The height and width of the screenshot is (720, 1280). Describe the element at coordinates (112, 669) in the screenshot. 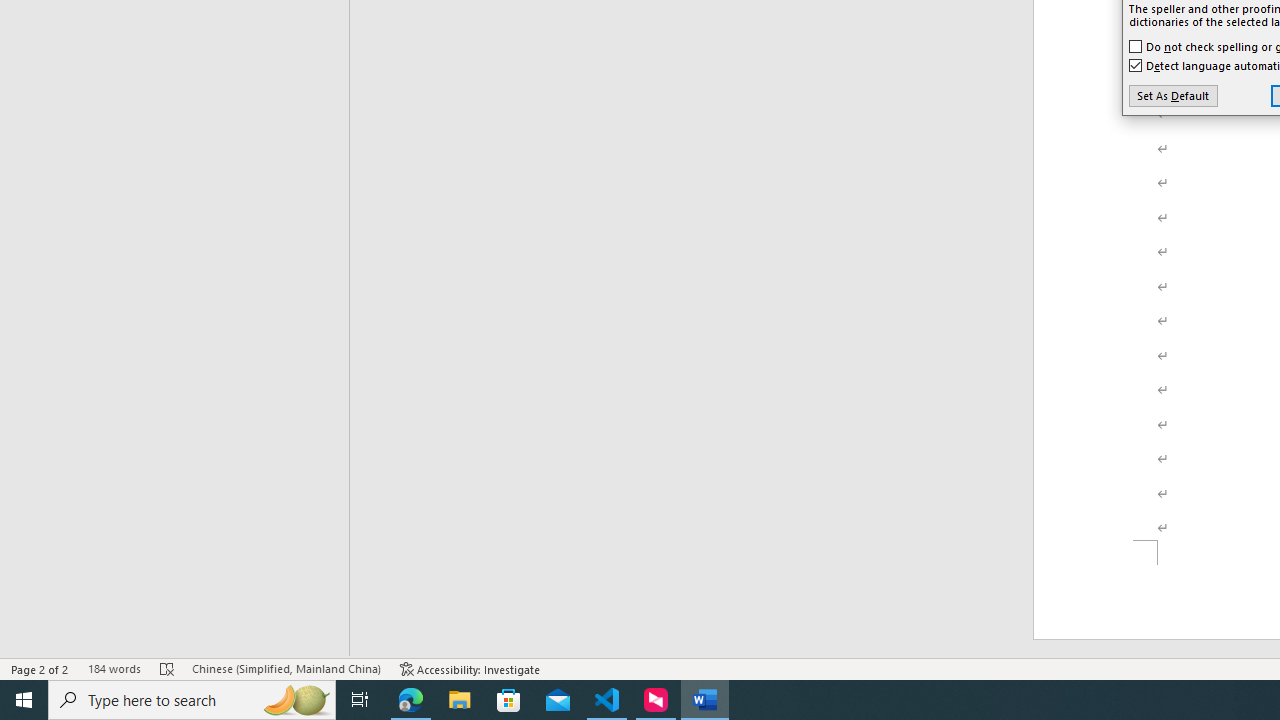

I see `'Word Count 184 words'` at that location.